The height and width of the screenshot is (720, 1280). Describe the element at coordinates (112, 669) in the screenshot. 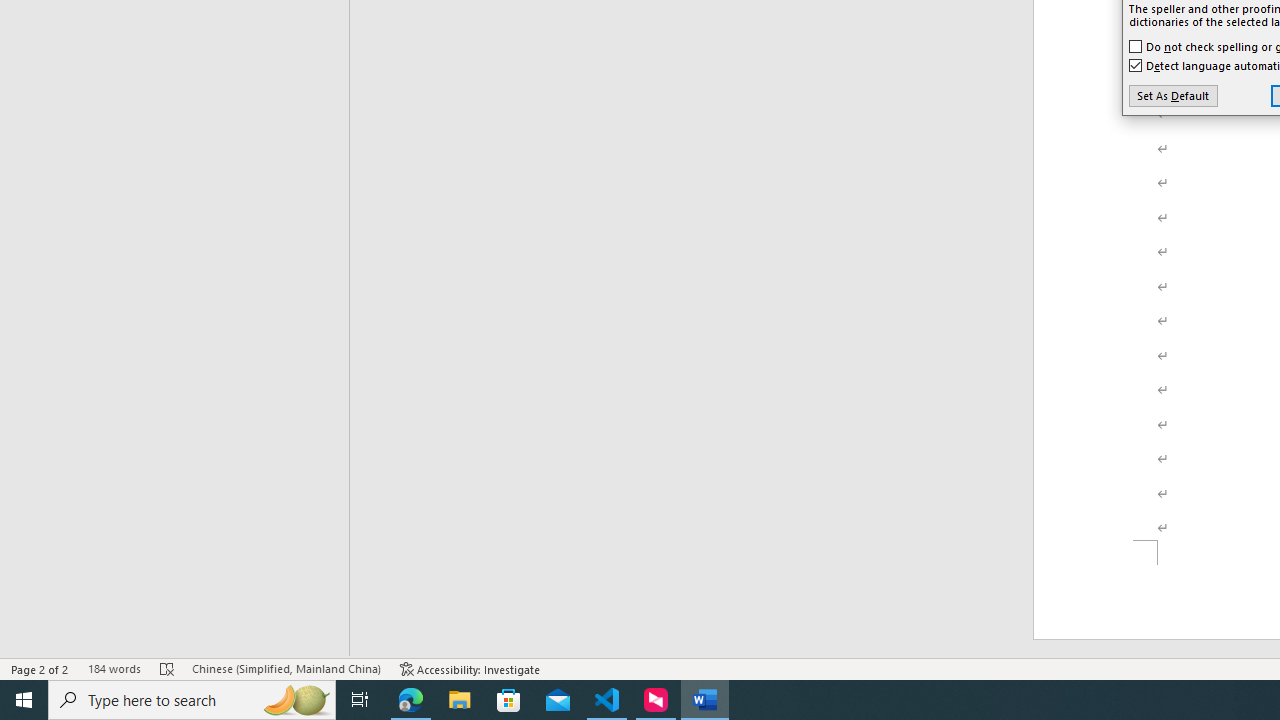

I see `'Word Count 184 words'` at that location.